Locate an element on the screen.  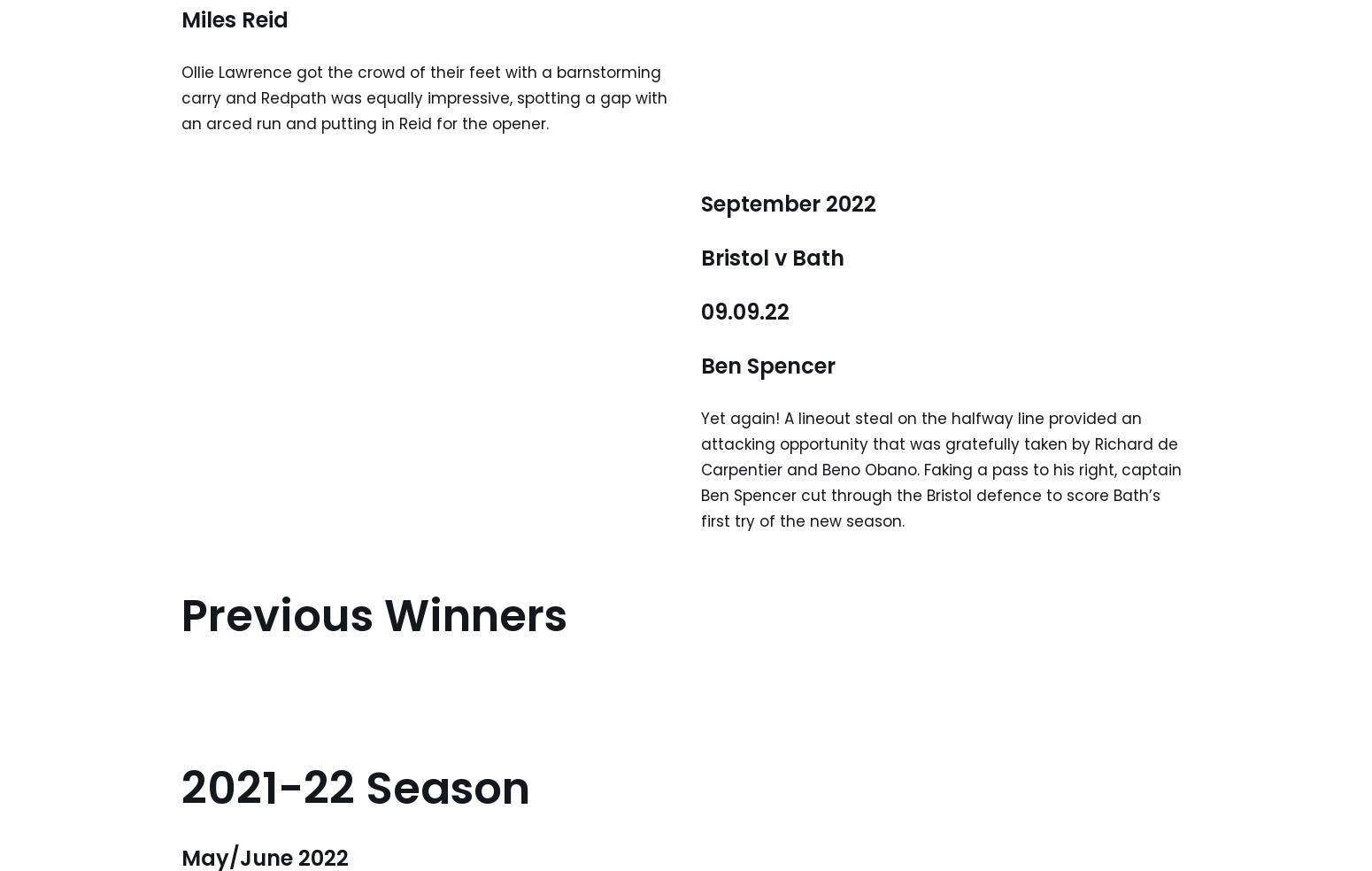
'Yet again! A lineout steal on the halfway line provided an attacking opportunity that was gratefully taken by Richard de Carpentier and Beno Obano. Faking a pass to his right, captain Ben Spencer cut through the Bristol defence to score Bath’s first try of the new season.' is located at coordinates (941, 468).